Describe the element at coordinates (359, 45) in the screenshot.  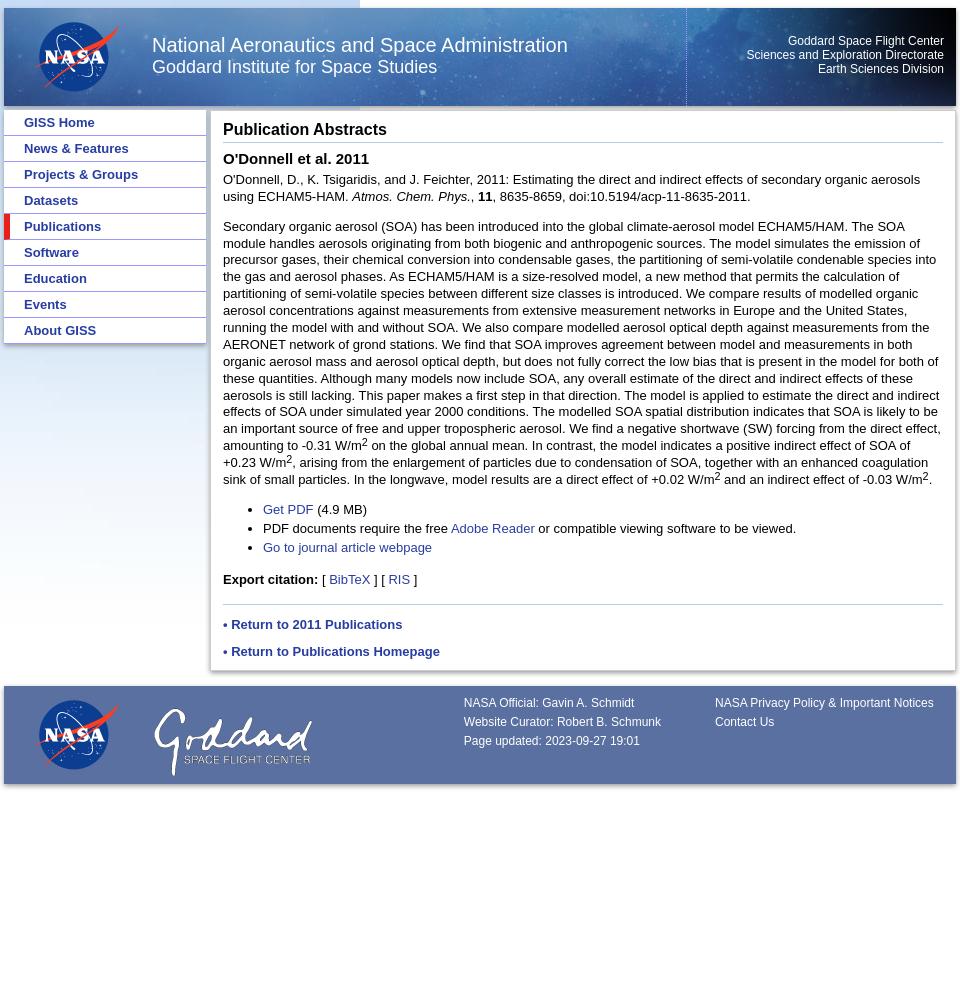
I see `'National Aeronautics and Space Administration'` at that location.